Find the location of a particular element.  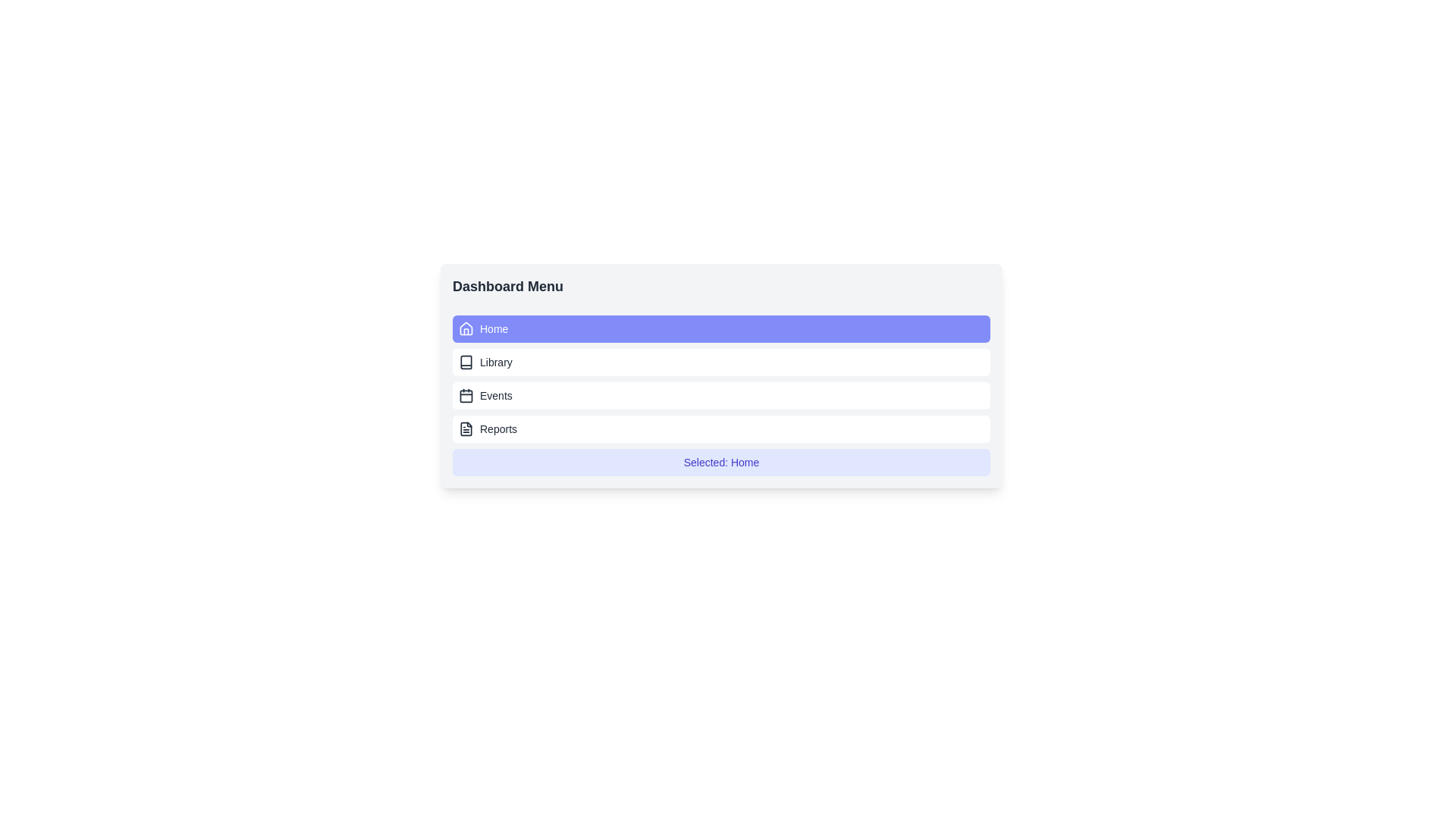

the menu button labeled Library is located at coordinates (720, 362).